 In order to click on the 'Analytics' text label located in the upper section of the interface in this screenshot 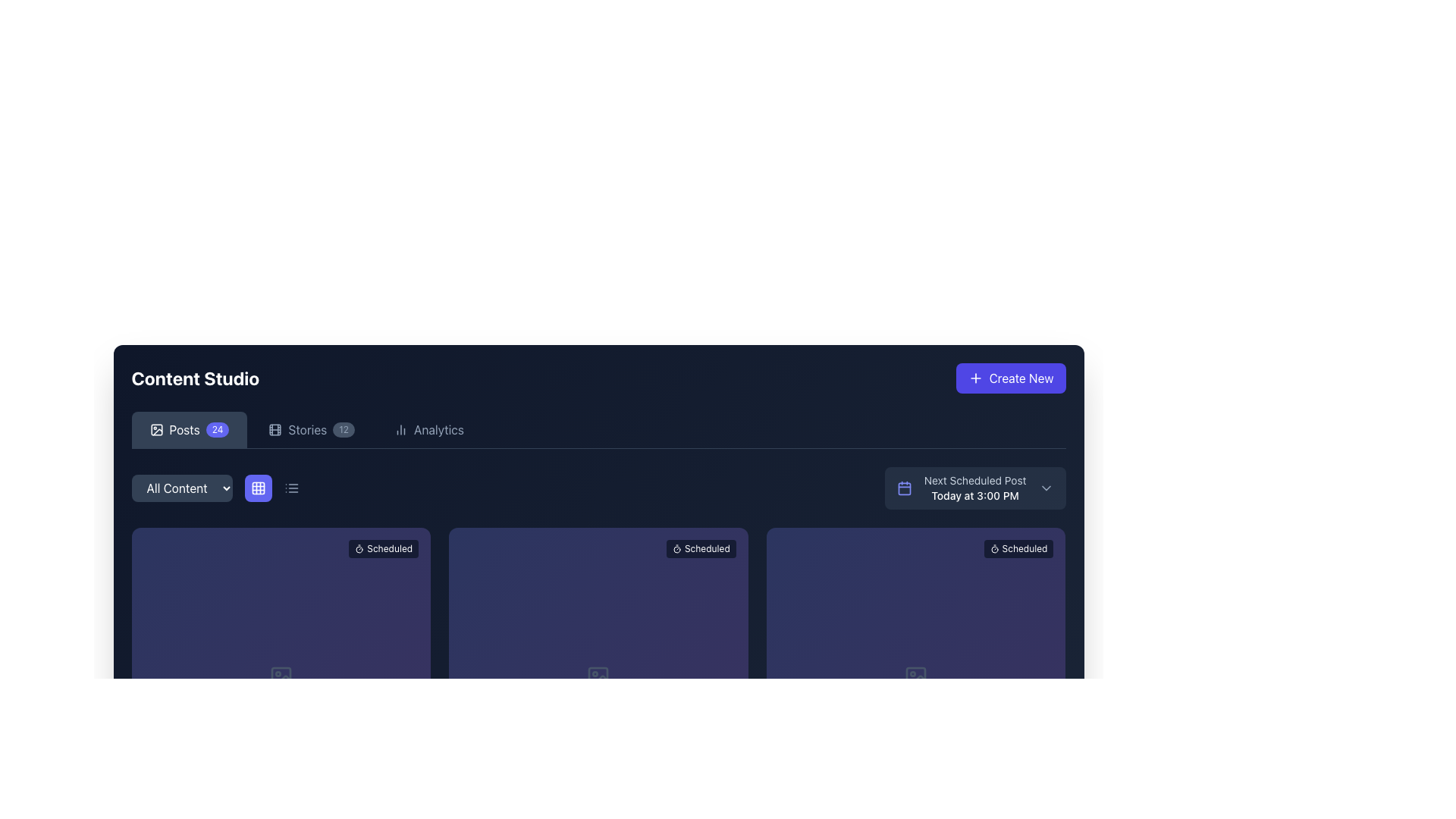, I will do `click(438, 430)`.